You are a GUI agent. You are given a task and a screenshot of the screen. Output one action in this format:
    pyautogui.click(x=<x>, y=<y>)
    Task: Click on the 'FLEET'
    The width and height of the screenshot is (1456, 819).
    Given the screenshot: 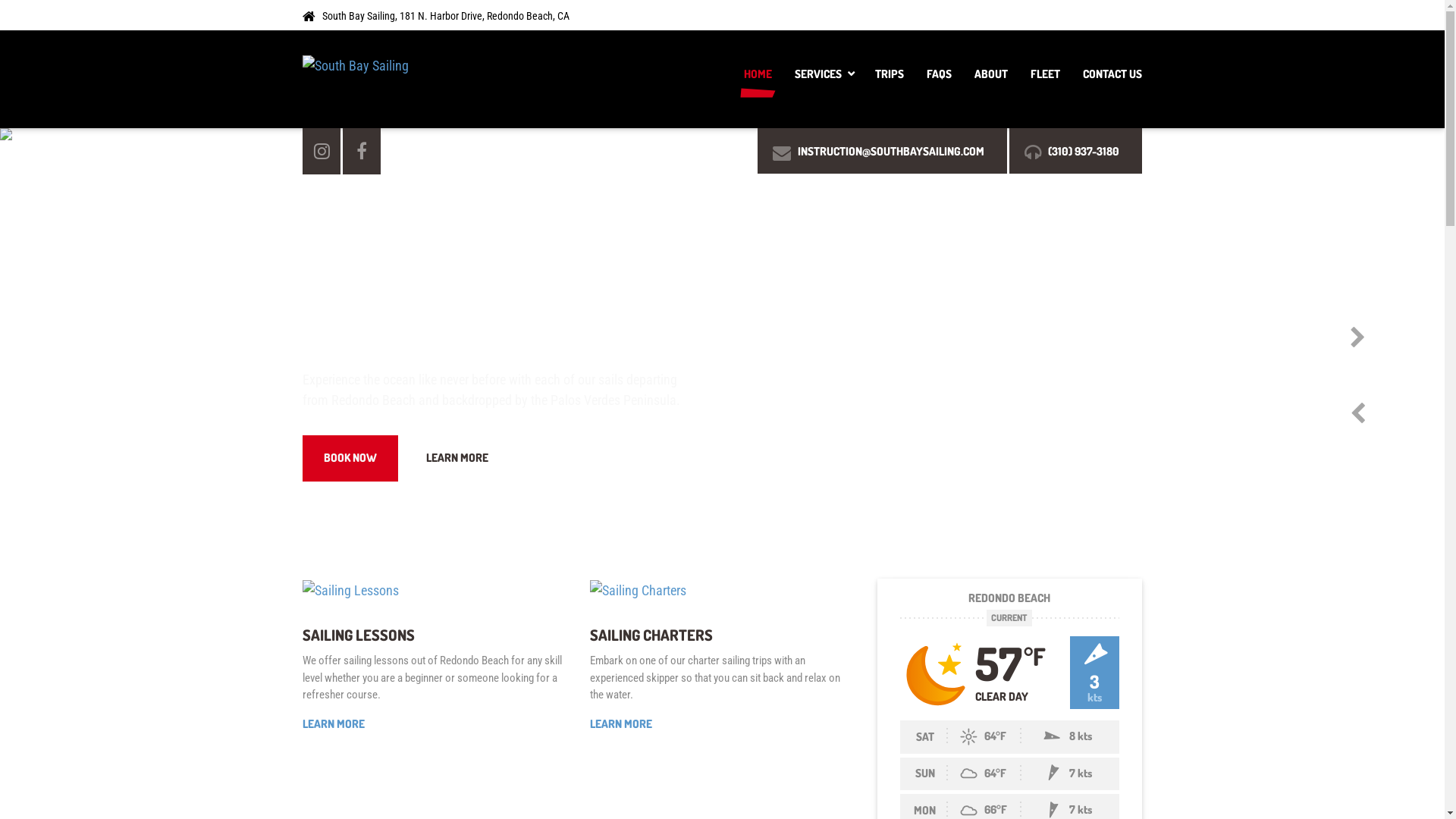 What is the action you would take?
    pyautogui.click(x=1019, y=79)
    